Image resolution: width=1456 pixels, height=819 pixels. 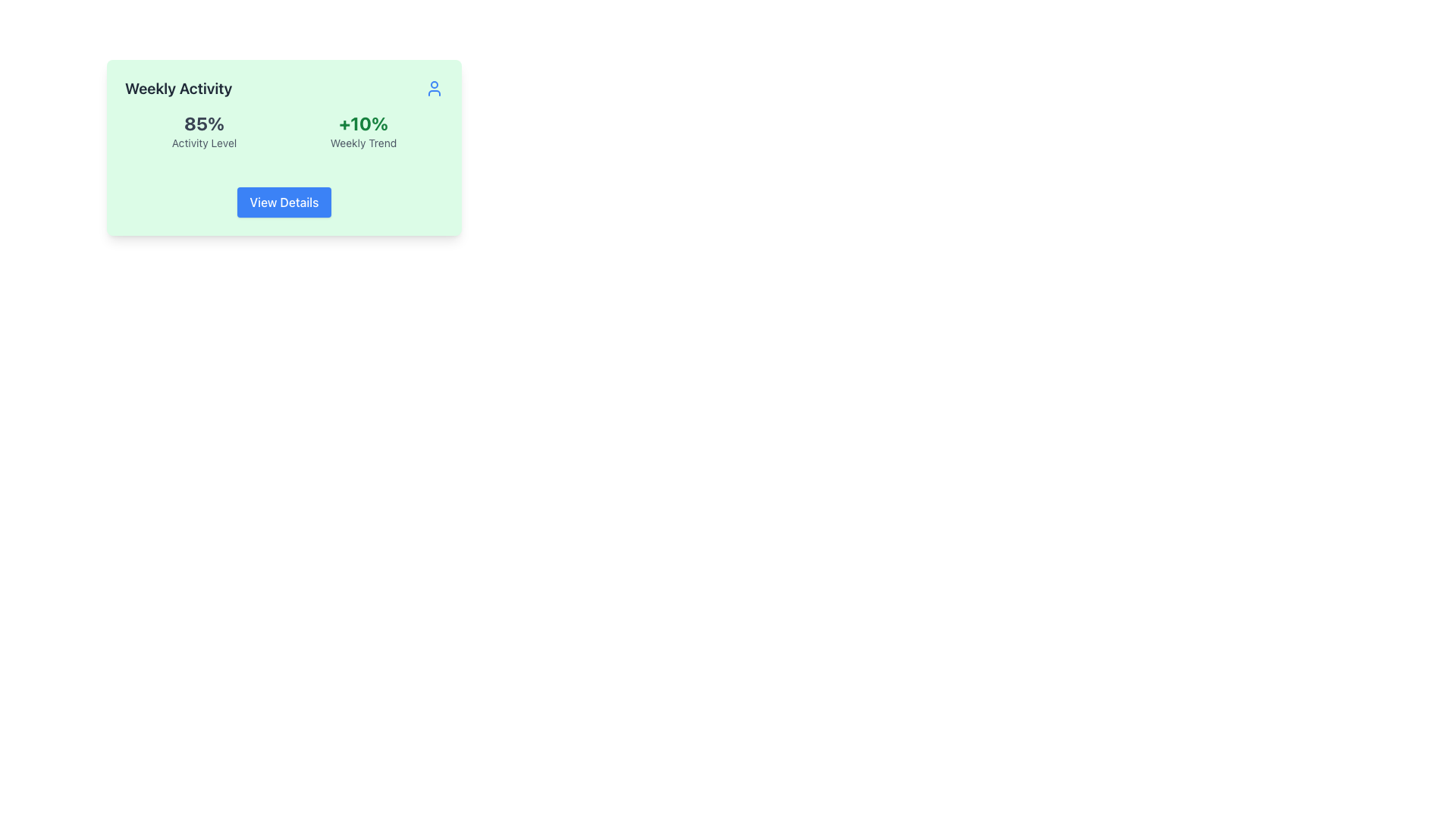 I want to click on the 'Activity Level' label, which is a small-sized gray text located under the bold '85%' in the 'Weekly Activity' card, so click(x=203, y=143).